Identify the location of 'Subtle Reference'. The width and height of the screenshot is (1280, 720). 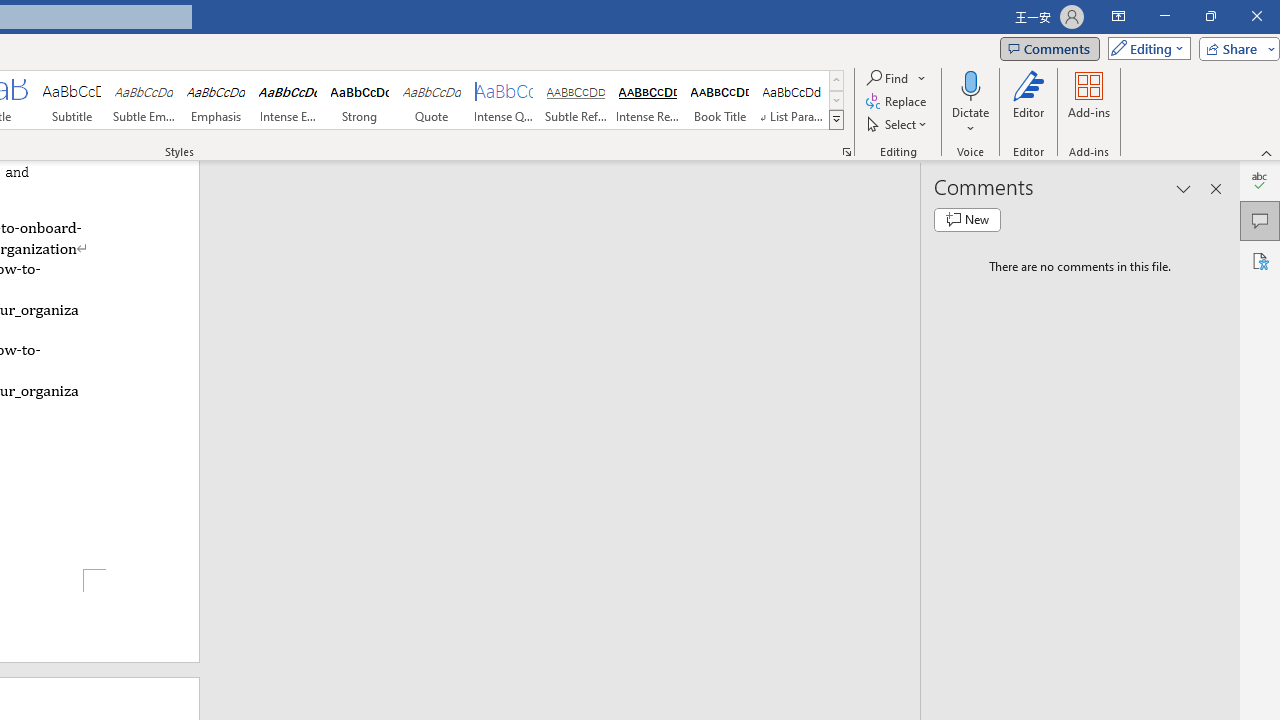
(575, 100).